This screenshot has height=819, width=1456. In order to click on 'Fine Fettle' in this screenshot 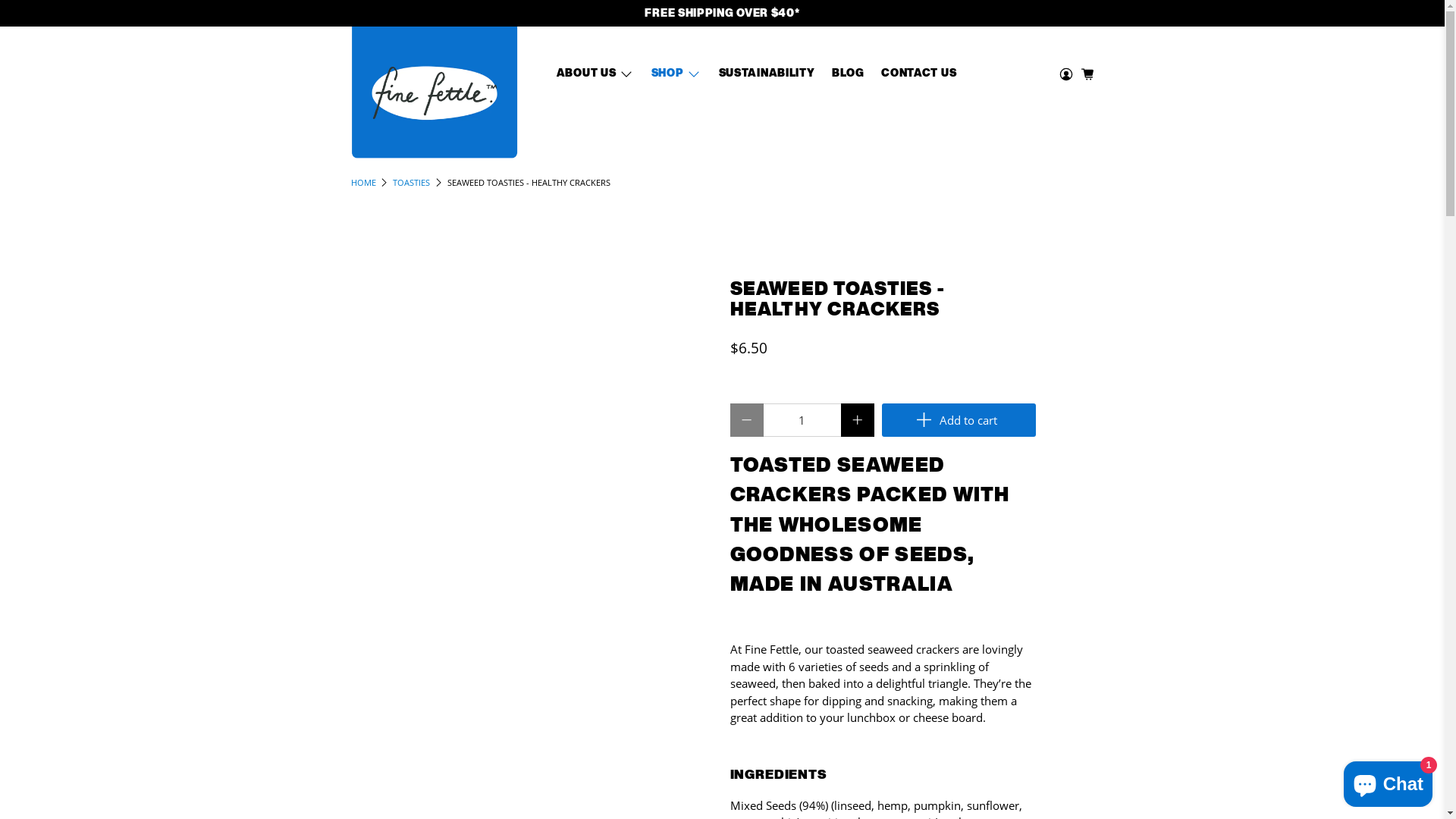, I will do `click(349, 93)`.